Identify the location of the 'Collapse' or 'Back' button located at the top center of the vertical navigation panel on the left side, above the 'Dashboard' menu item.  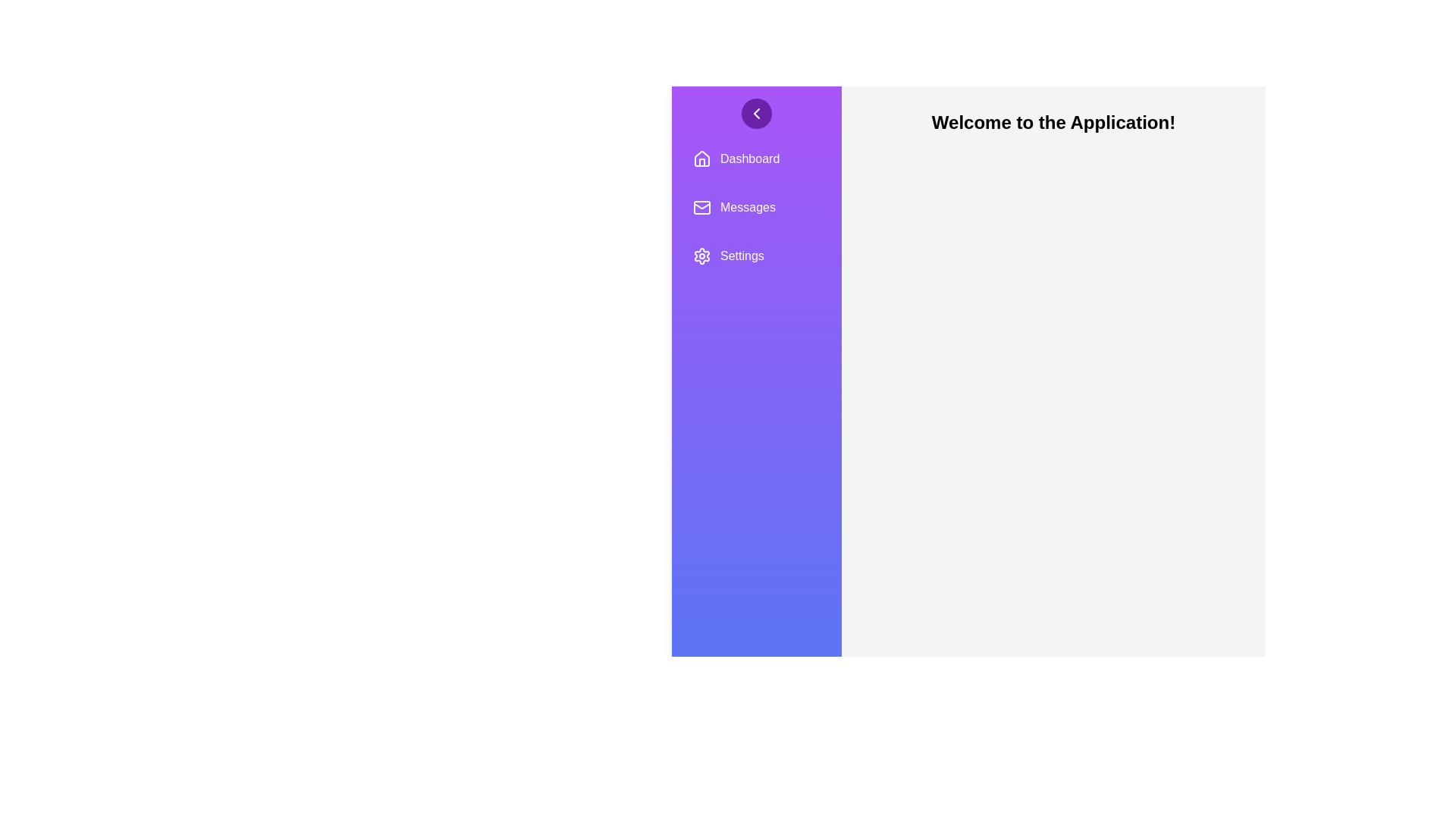
(757, 113).